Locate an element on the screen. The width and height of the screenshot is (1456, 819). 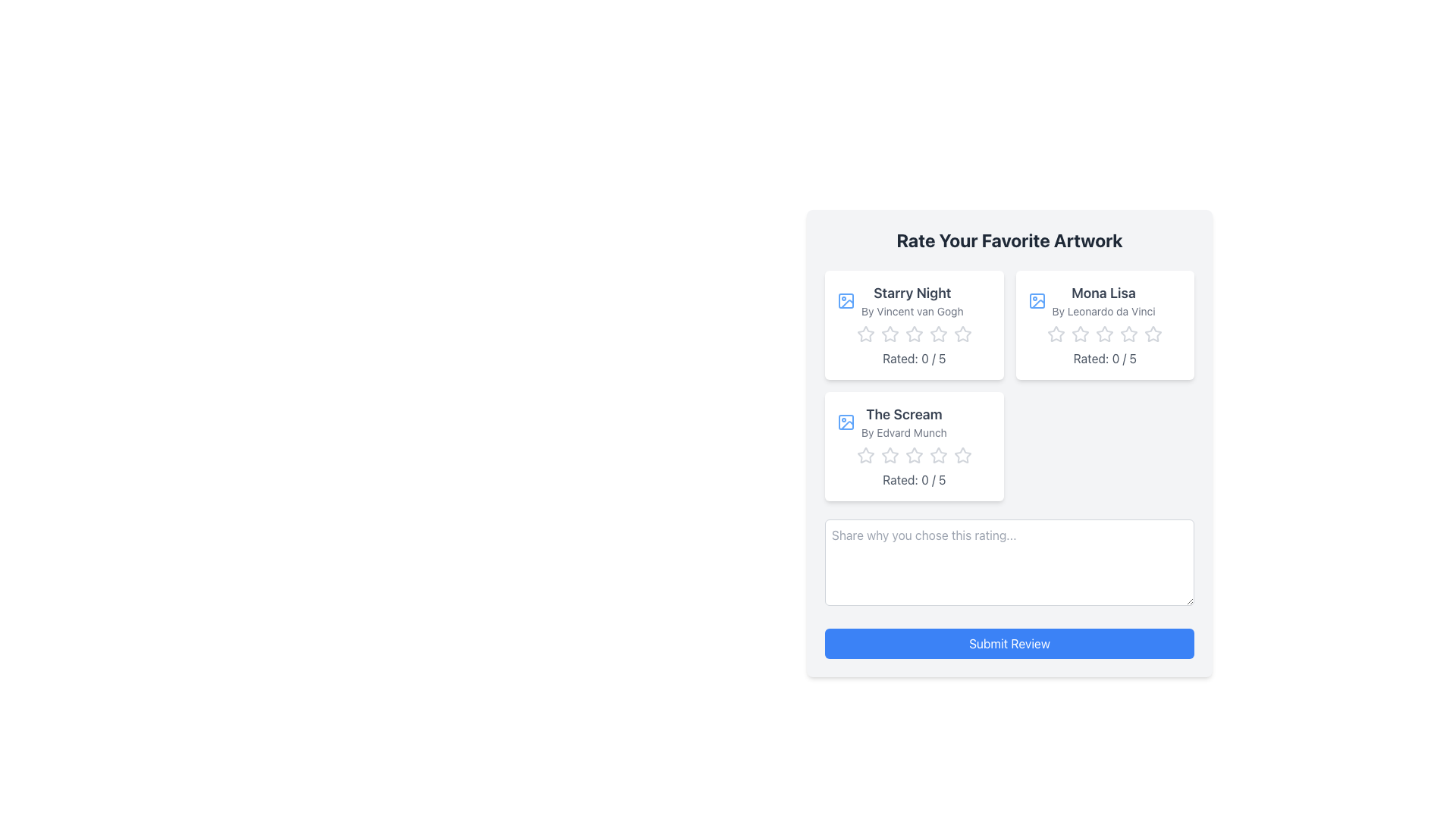
the fourth unselected star icon is located at coordinates (937, 455).